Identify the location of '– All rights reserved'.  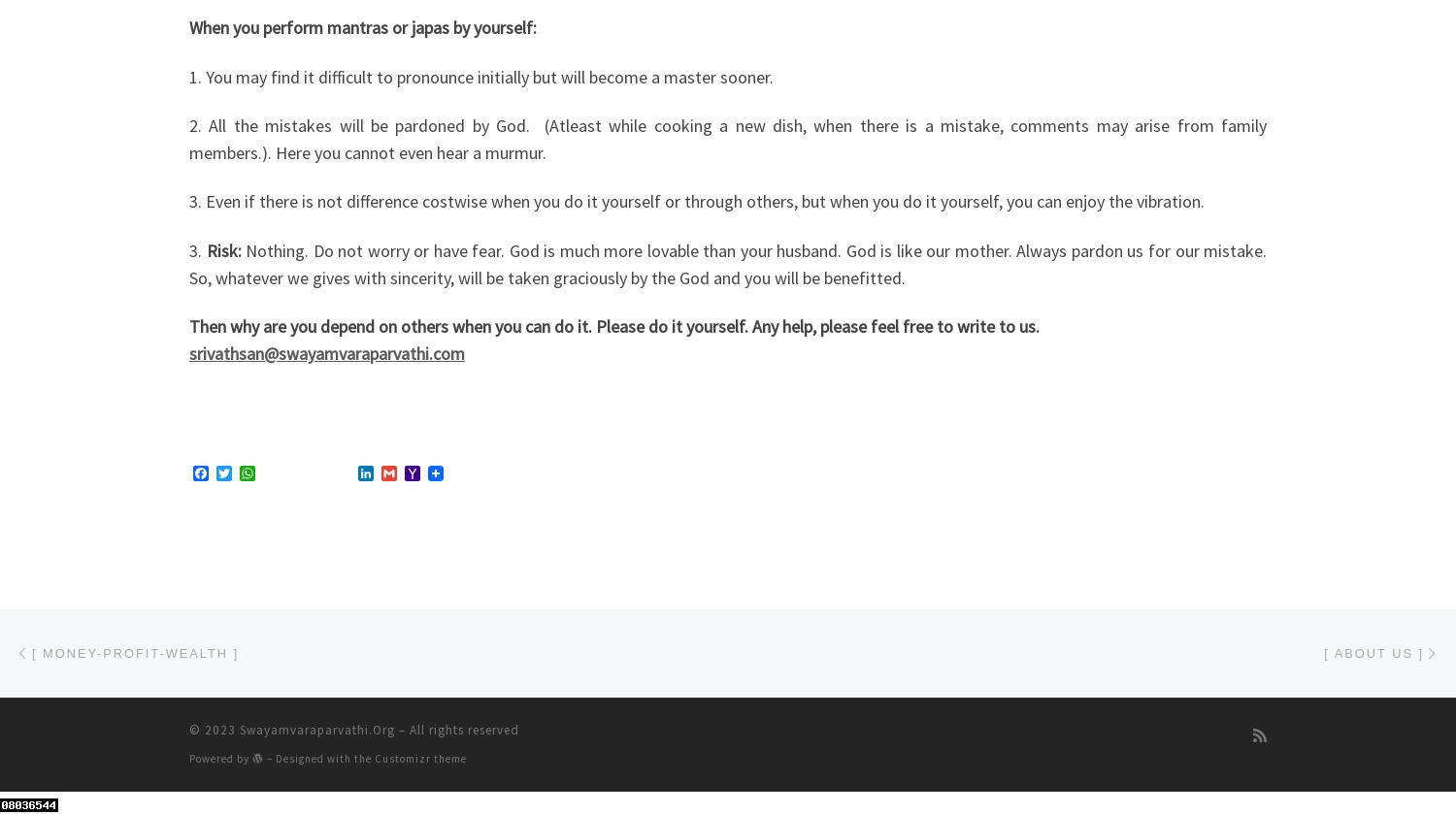
(456, 729).